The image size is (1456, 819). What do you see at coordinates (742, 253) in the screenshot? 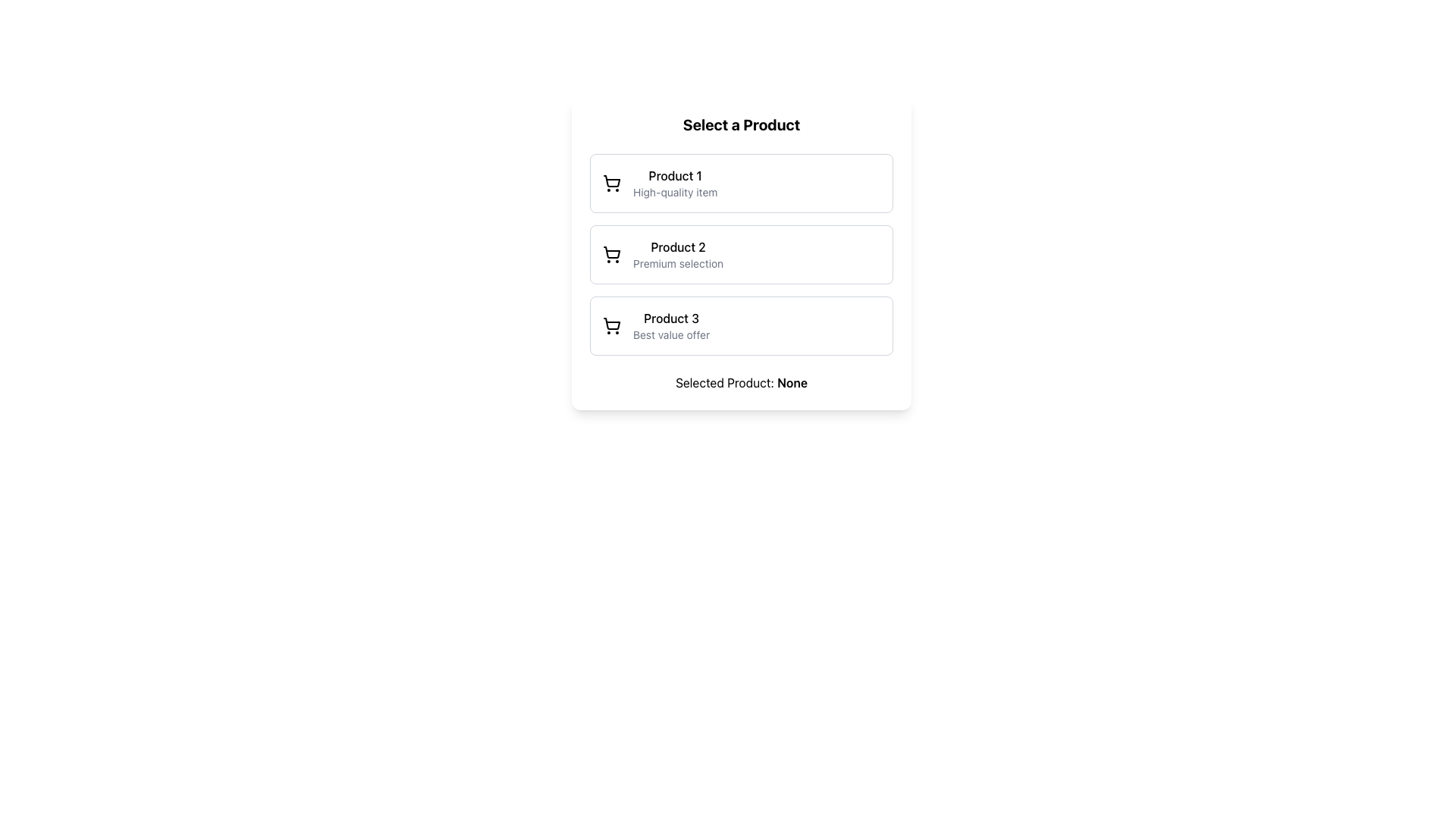
I see `the UI Card representing 'Product 2', which is the second item in a vertical list of product selection cards` at bounding box center [742, 253].